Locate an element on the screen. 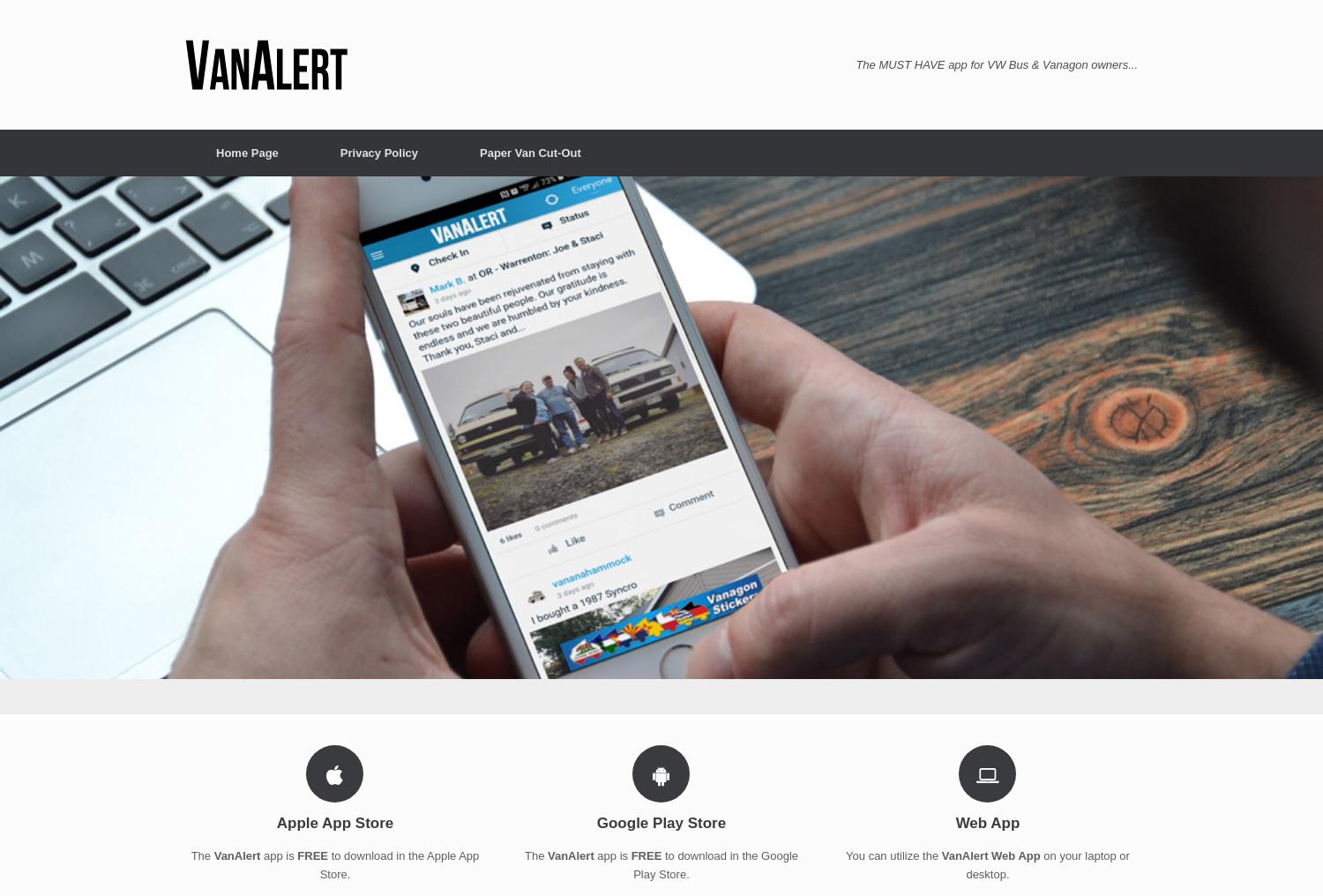 The width and height of the screenshot is (1323, 896). 'Privacy Policy' is located at coordinates (340, 152).